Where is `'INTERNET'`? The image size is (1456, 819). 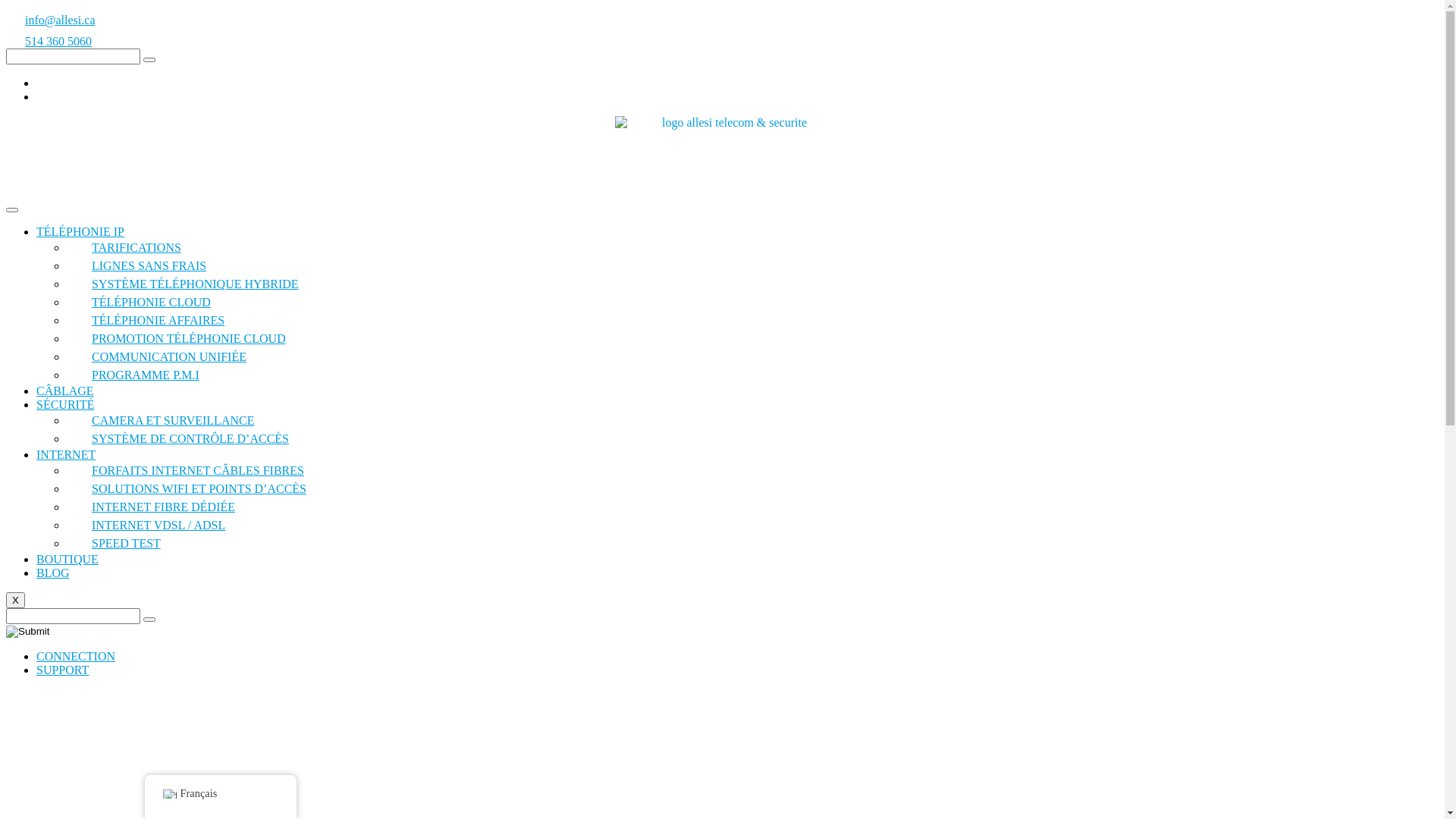 'INTERNET' is located at coordinates (64, 453).